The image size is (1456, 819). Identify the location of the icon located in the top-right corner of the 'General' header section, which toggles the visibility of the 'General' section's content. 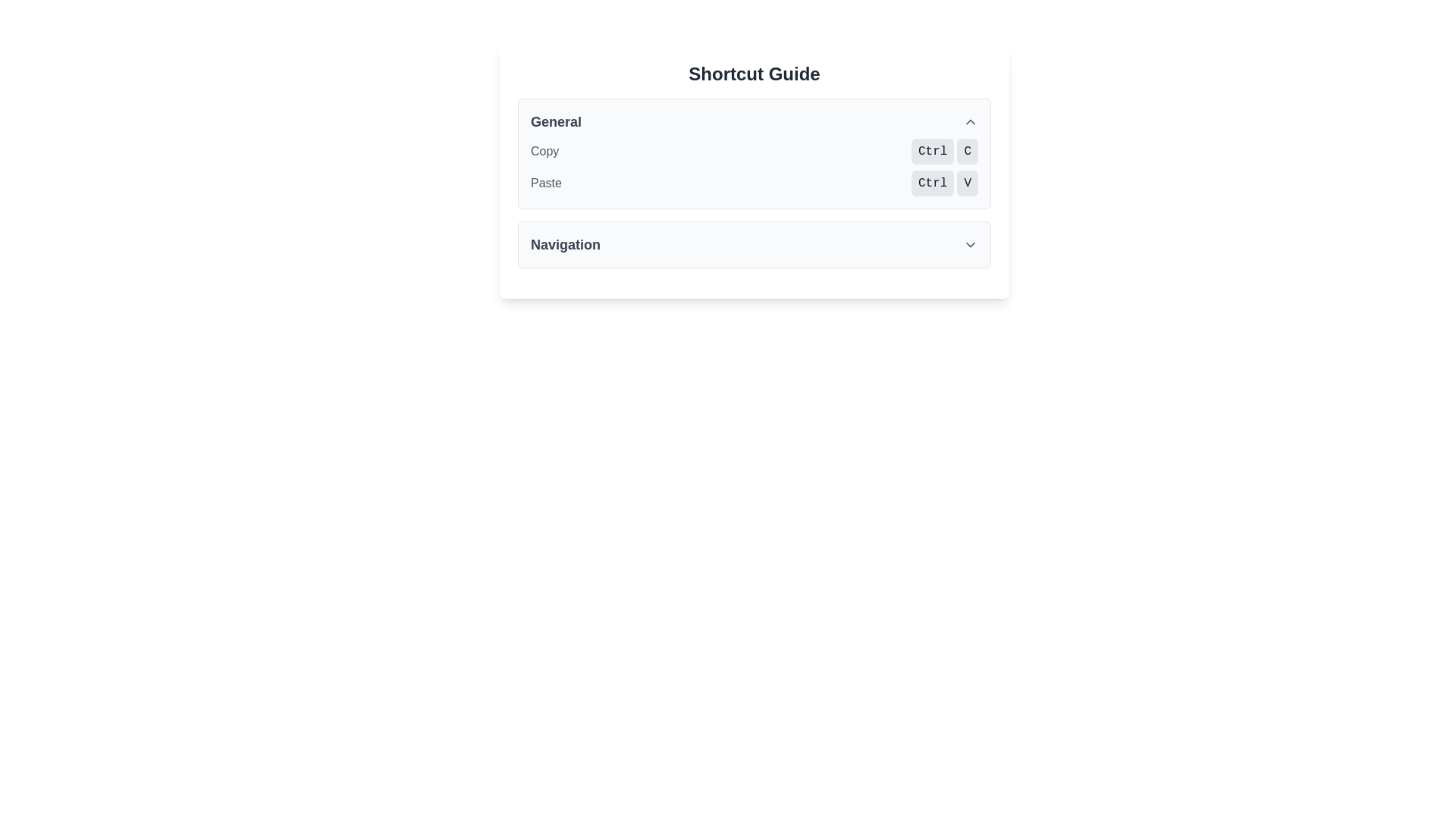
(971, 121).